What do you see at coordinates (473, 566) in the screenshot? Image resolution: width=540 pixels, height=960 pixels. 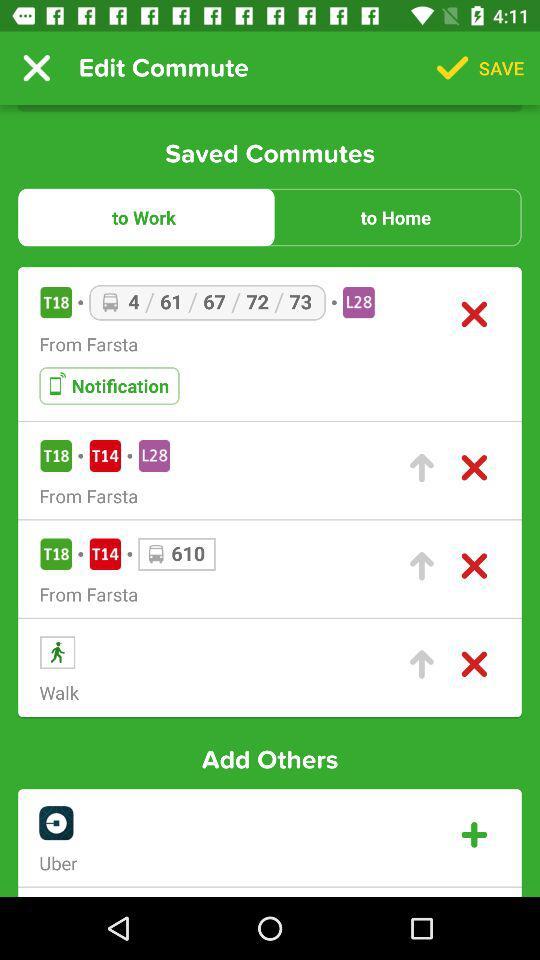 I see `delete unwanted routes` at bounding box center [473, 566].